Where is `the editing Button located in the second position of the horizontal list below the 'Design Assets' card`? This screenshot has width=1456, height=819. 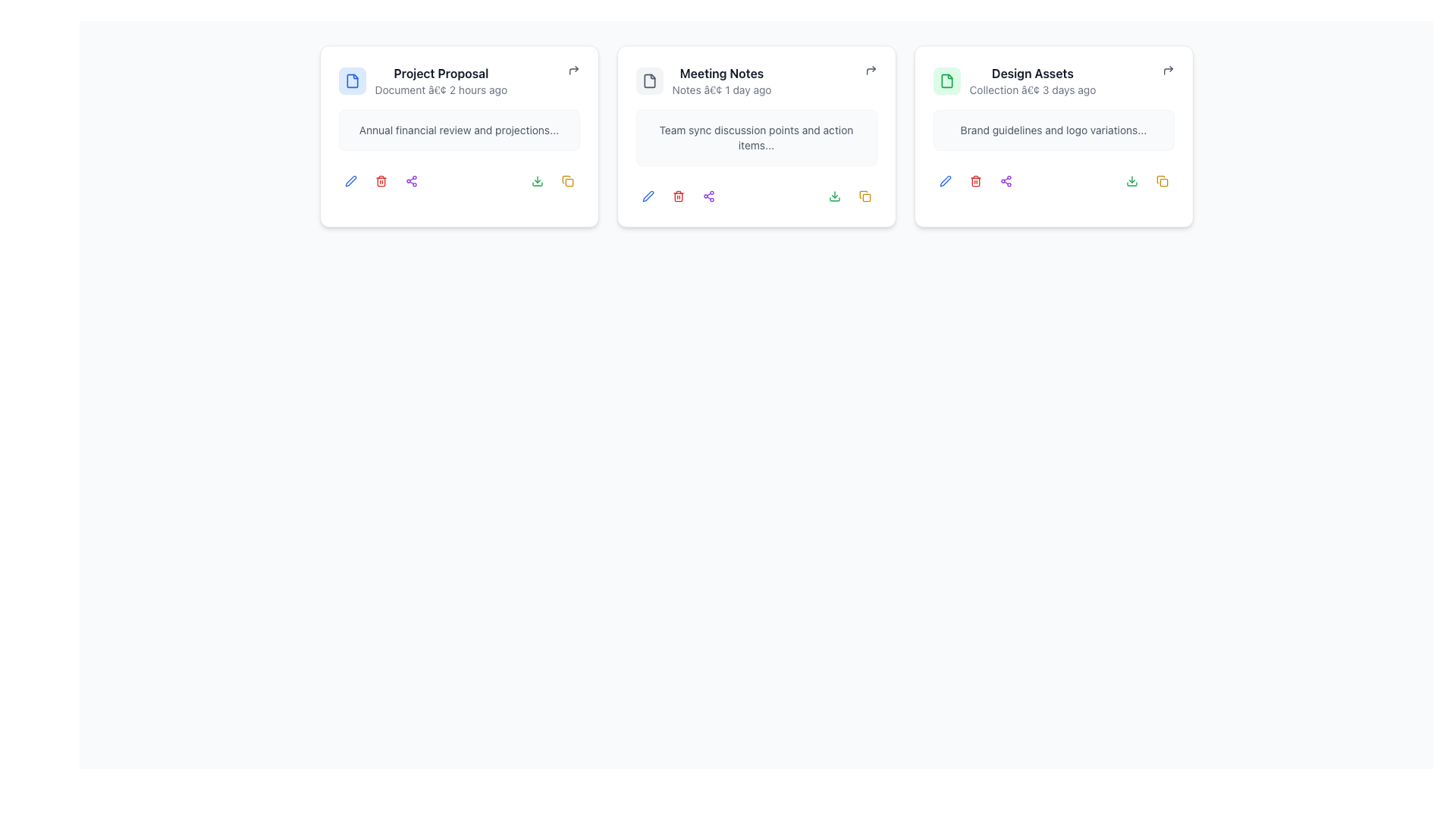 the editing Button located in the second position of the horizontal list below the 'Design Assets' card is located at coordinates (944, 180).